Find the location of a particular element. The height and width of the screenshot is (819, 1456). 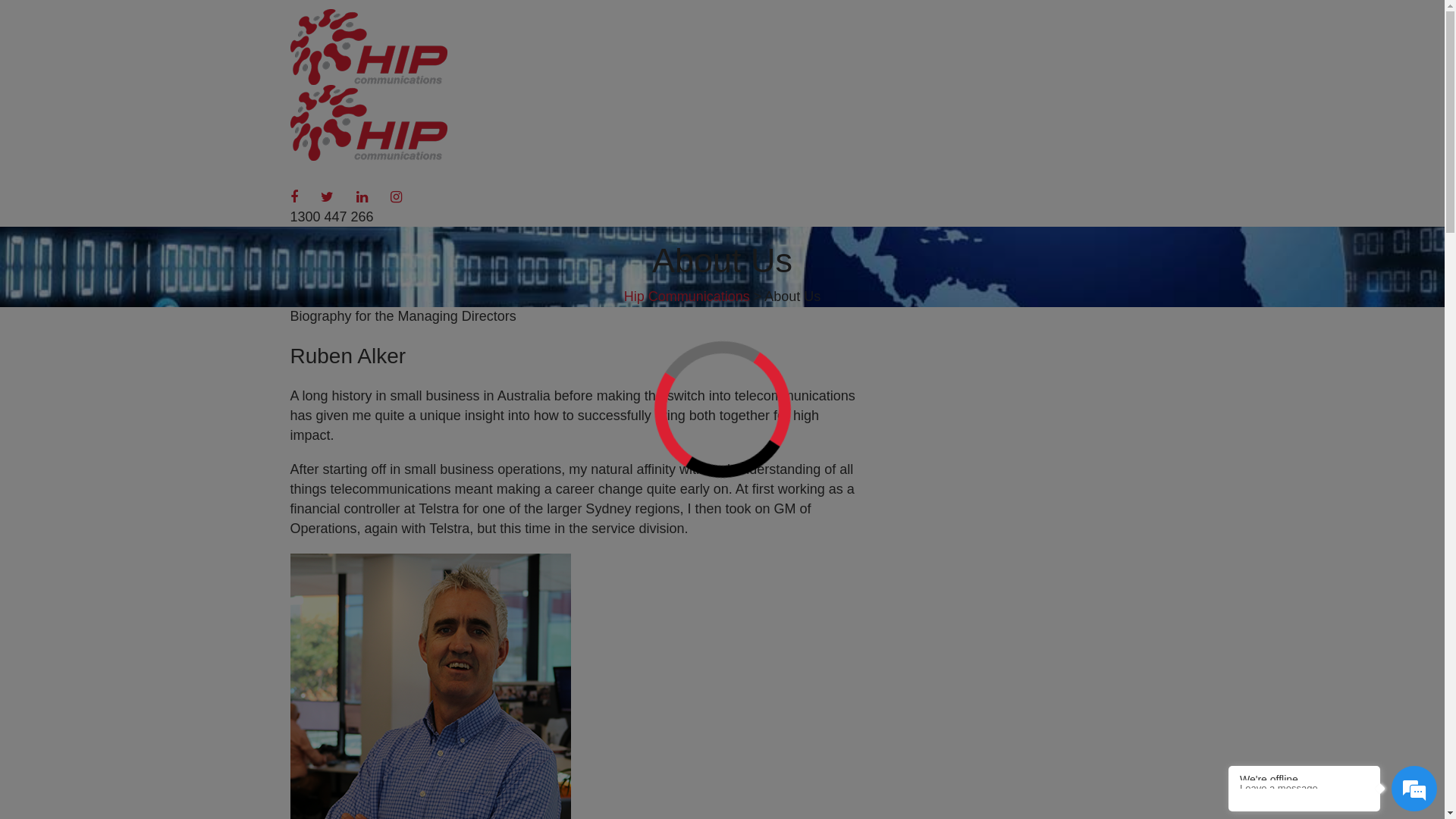

'instagram' is located at coordinates (396, 196).